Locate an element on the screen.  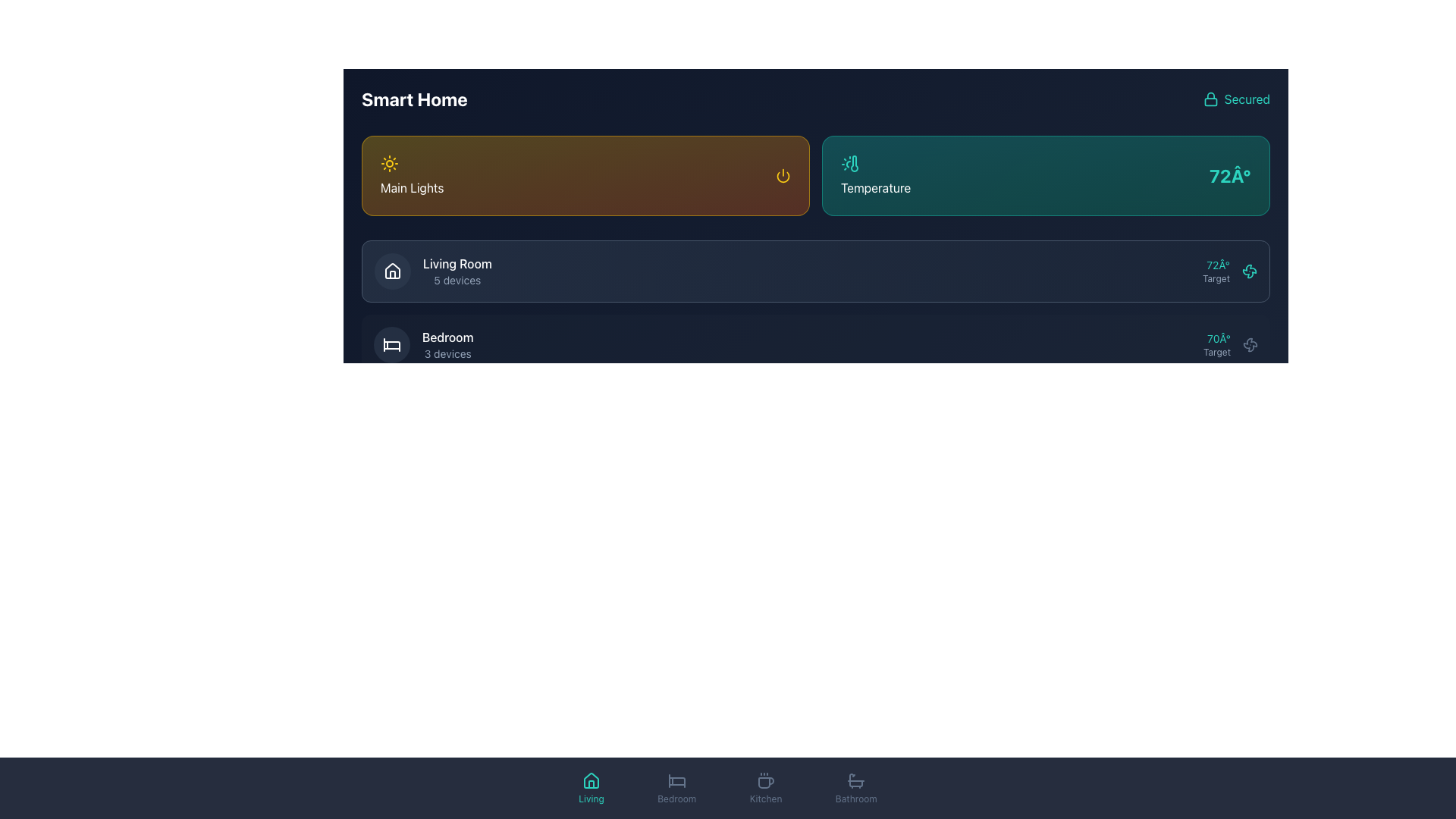
text label 'Bathroom' located in the bottom navigation bar, styled in a small font size and muted slate-gray color is located at coordinates (856, 798).